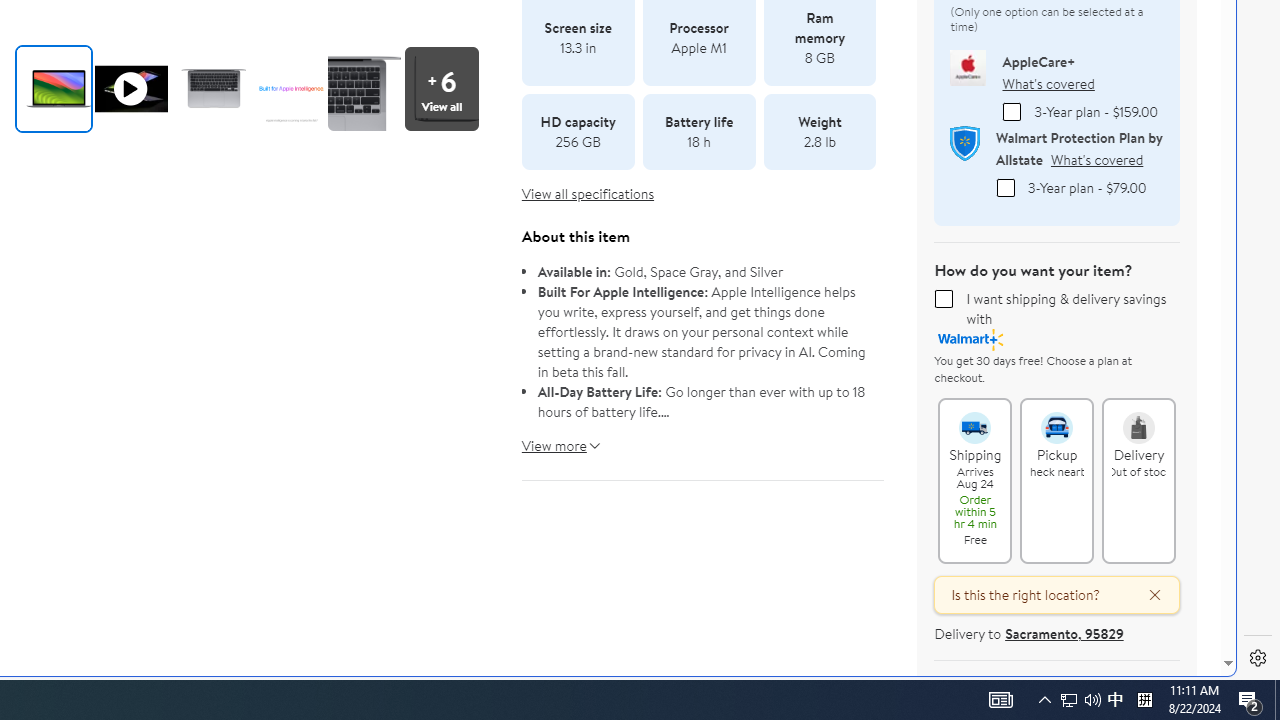 This screenshot has width=1280, height=720. I want to click on 'View all media', so click(440, 87).